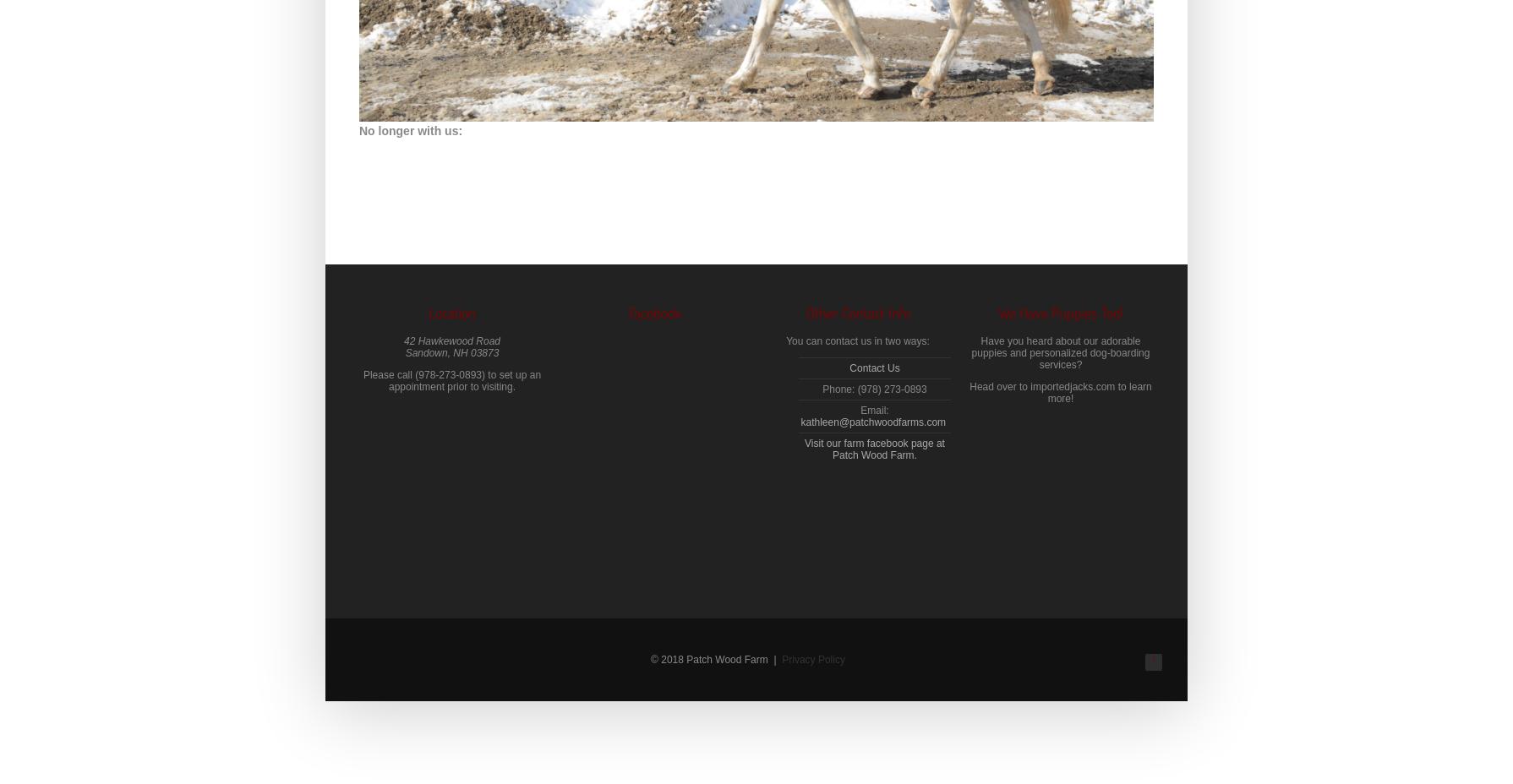  I want to click on 'Facebook', so click(654, 312).